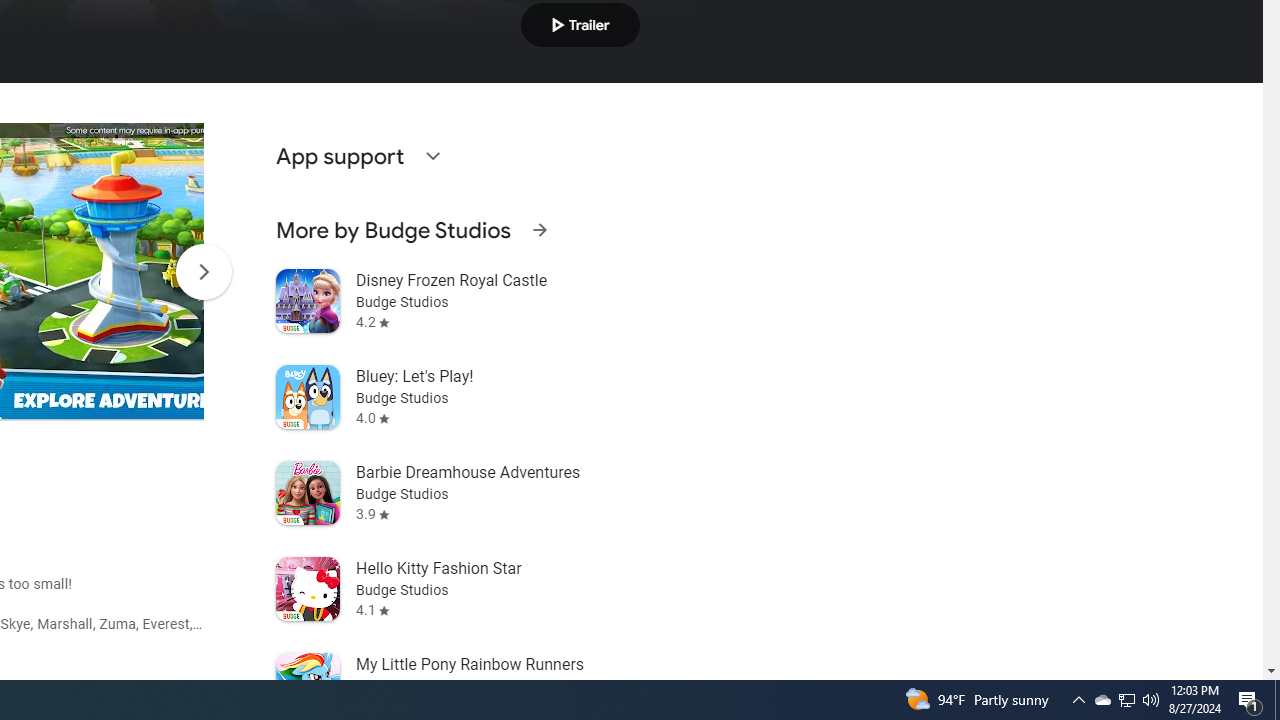 This screenshot has width=1280, height=720. I want to click on 'Play trailer', so click(579, 24).